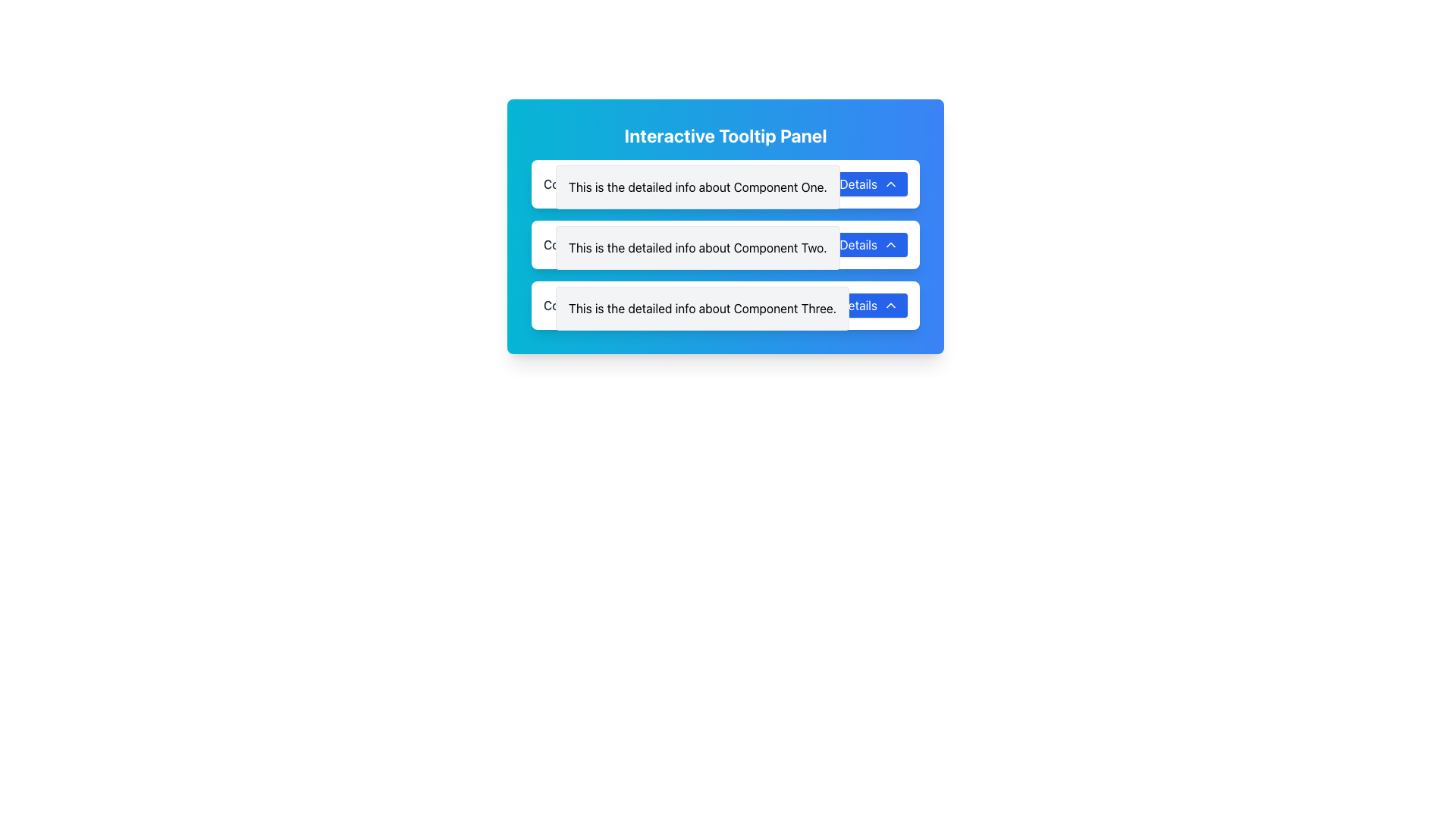 Image resolution: width=1456 pixels, height=819 pixels. Describe the element at coordinates (697, 186) in the screenshot. I see `the Text Description Box displaying 'This is the detailed info about Component One.'` at that location.